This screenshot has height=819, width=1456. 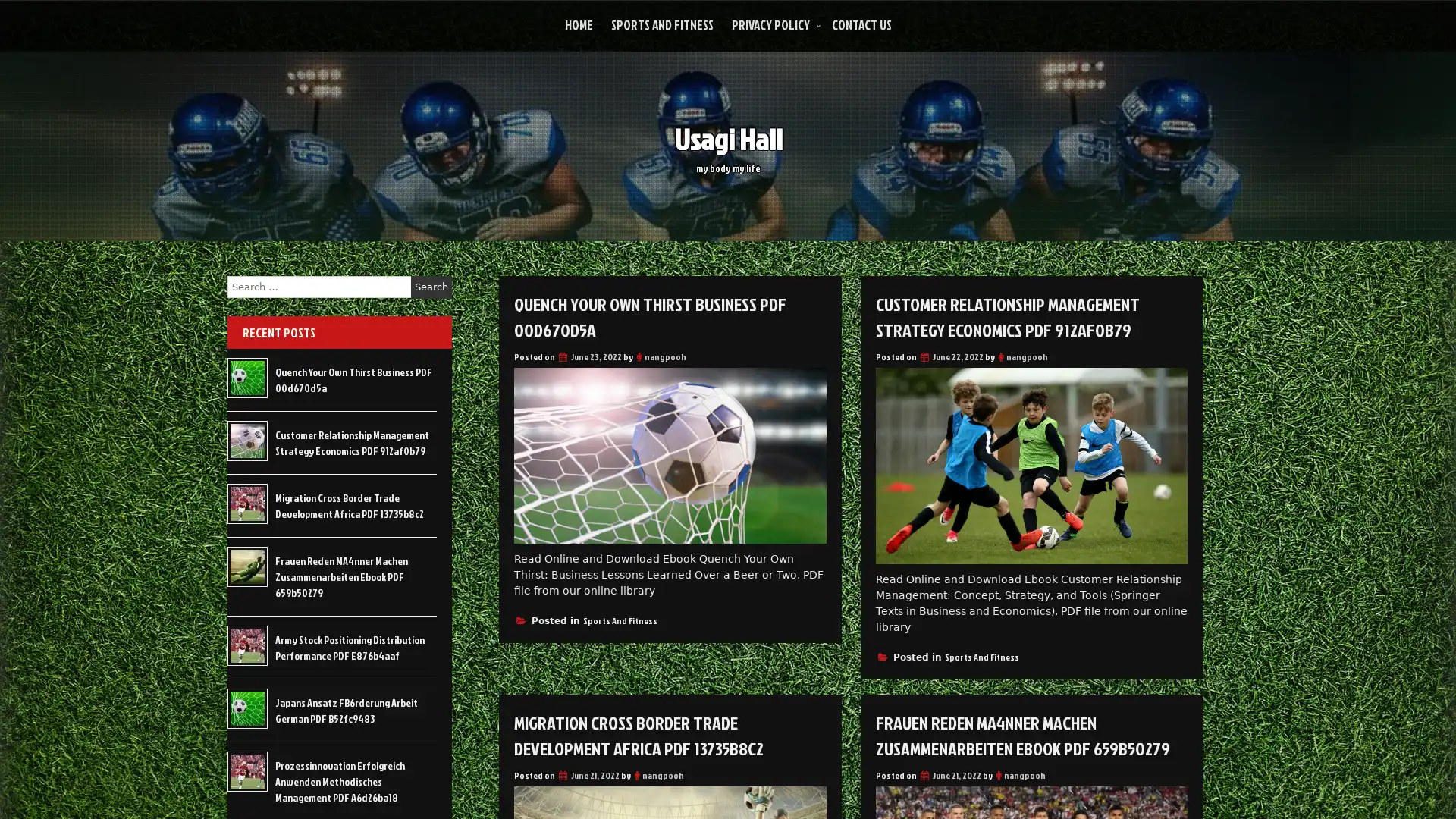 I want to click on Search, so click(x=431, y=287).